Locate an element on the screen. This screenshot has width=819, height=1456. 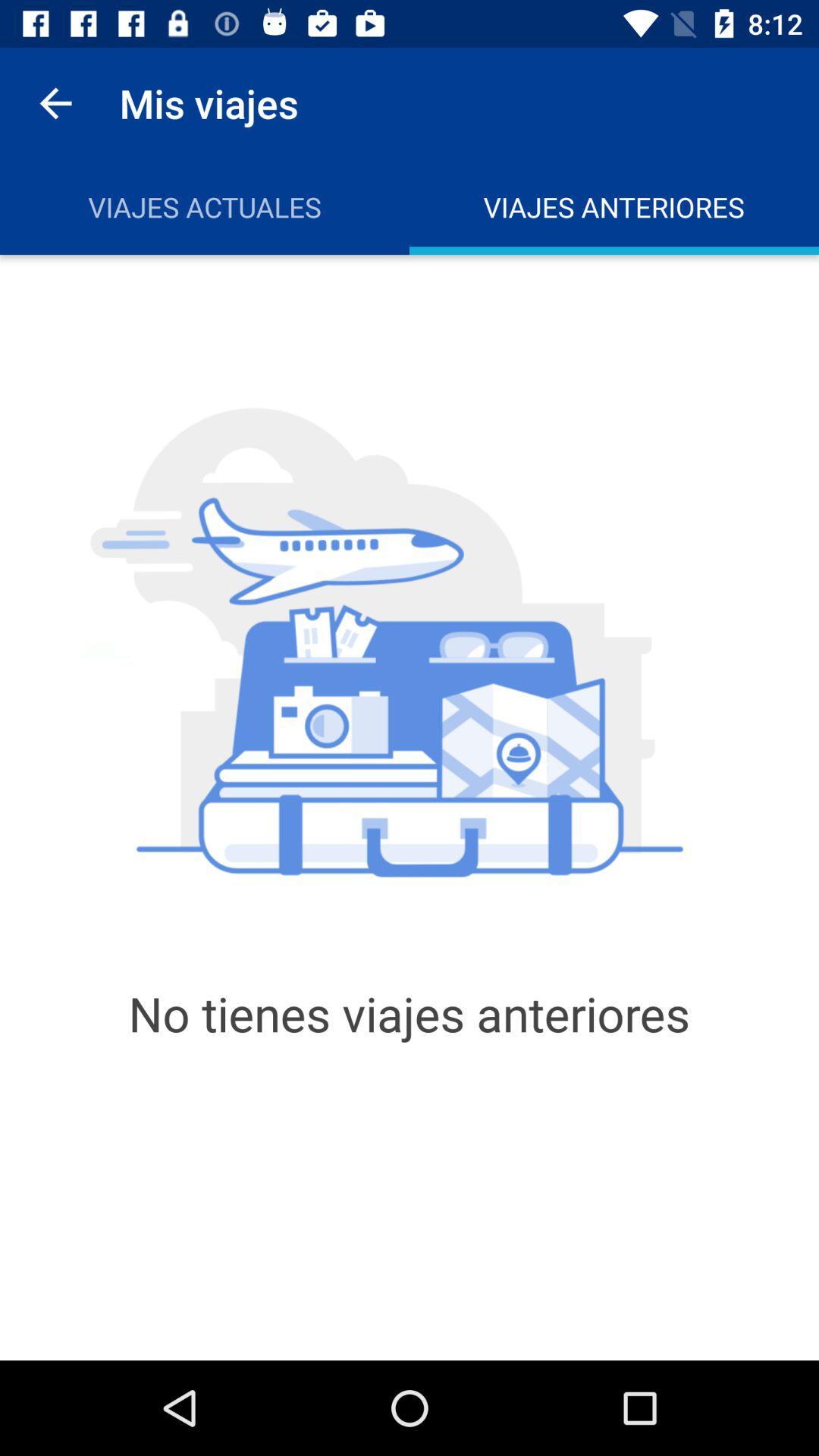
icon above viajes actuales icon is located at coordinates (55, 102).